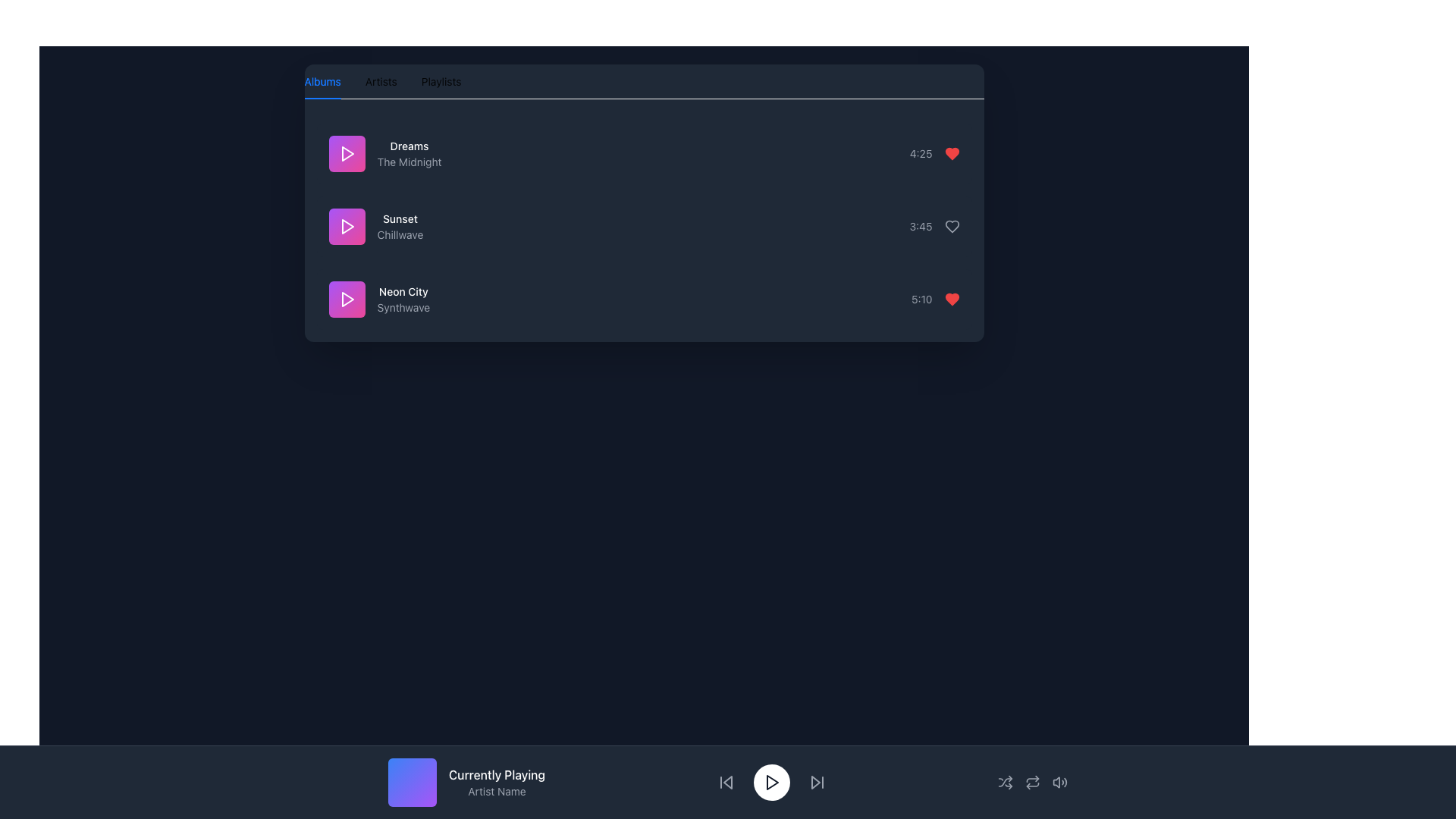  Describe the element at coordinates (497, 791) in the screenshot. I see `the text label displaying 'Artist Name', which is located in the bottom section of the interface, beneath 'Currently Playing'` at that location.